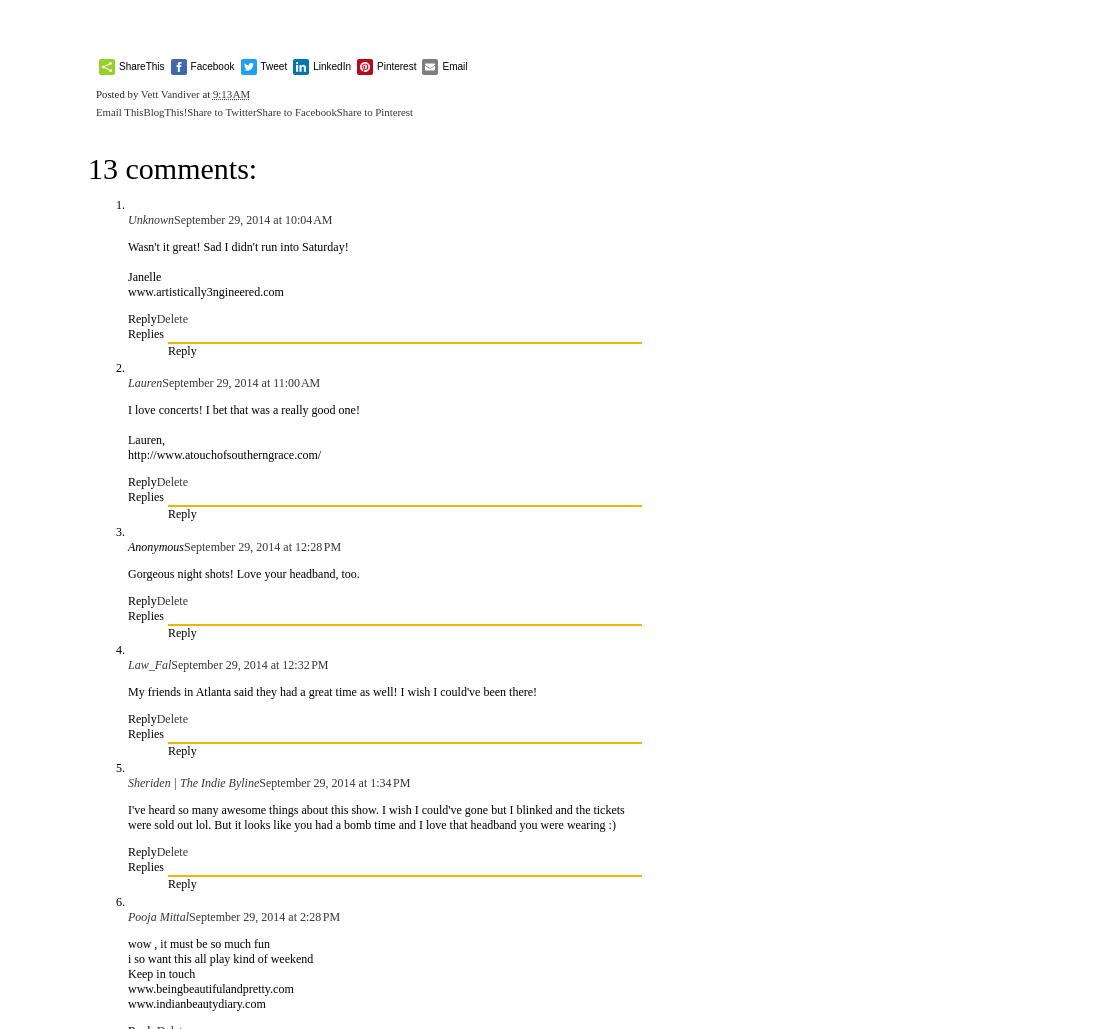  What do you see at coordinates (165, 110) in the screenshot?
I see `'BlogThis!'` at bounding box center [165, 110].